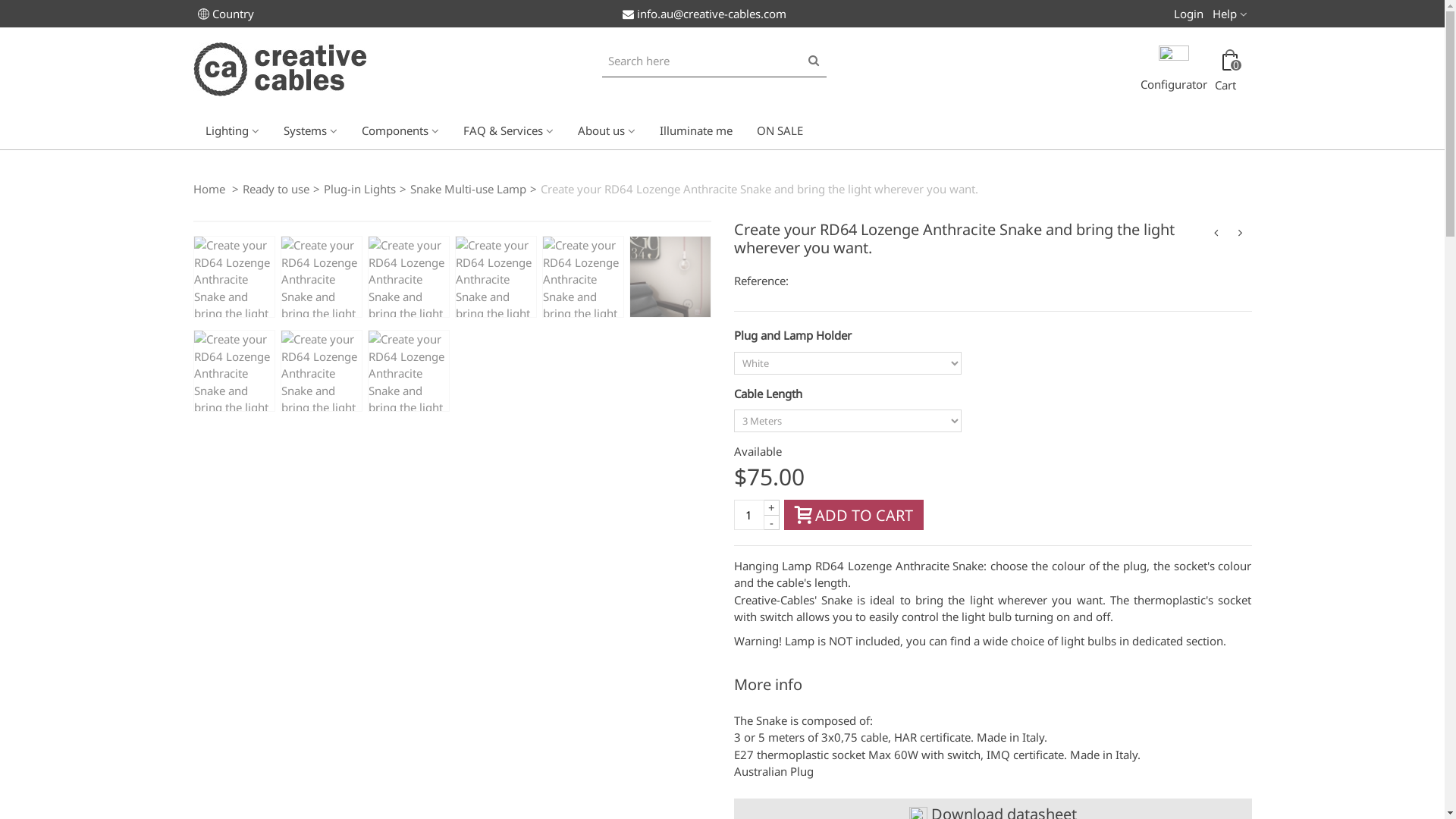 The width and height of the screenshot is (1456, 819). Describe the element at coordinates (771, 522) in the screenshot. I see `'-'` at that location.